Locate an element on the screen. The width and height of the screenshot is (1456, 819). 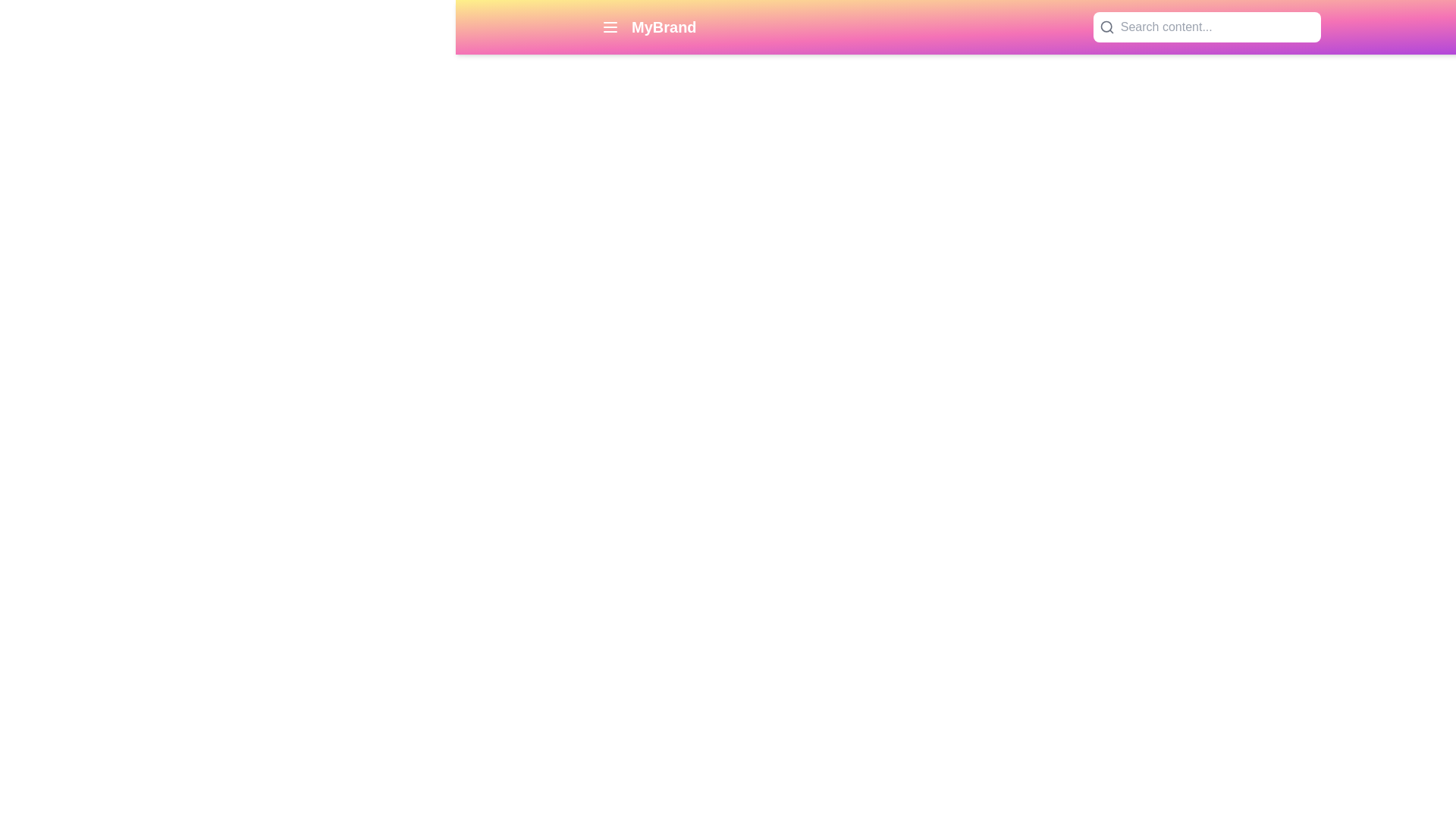
the menu icon to toggle the menu visibility is located at coordinates (610, 27).